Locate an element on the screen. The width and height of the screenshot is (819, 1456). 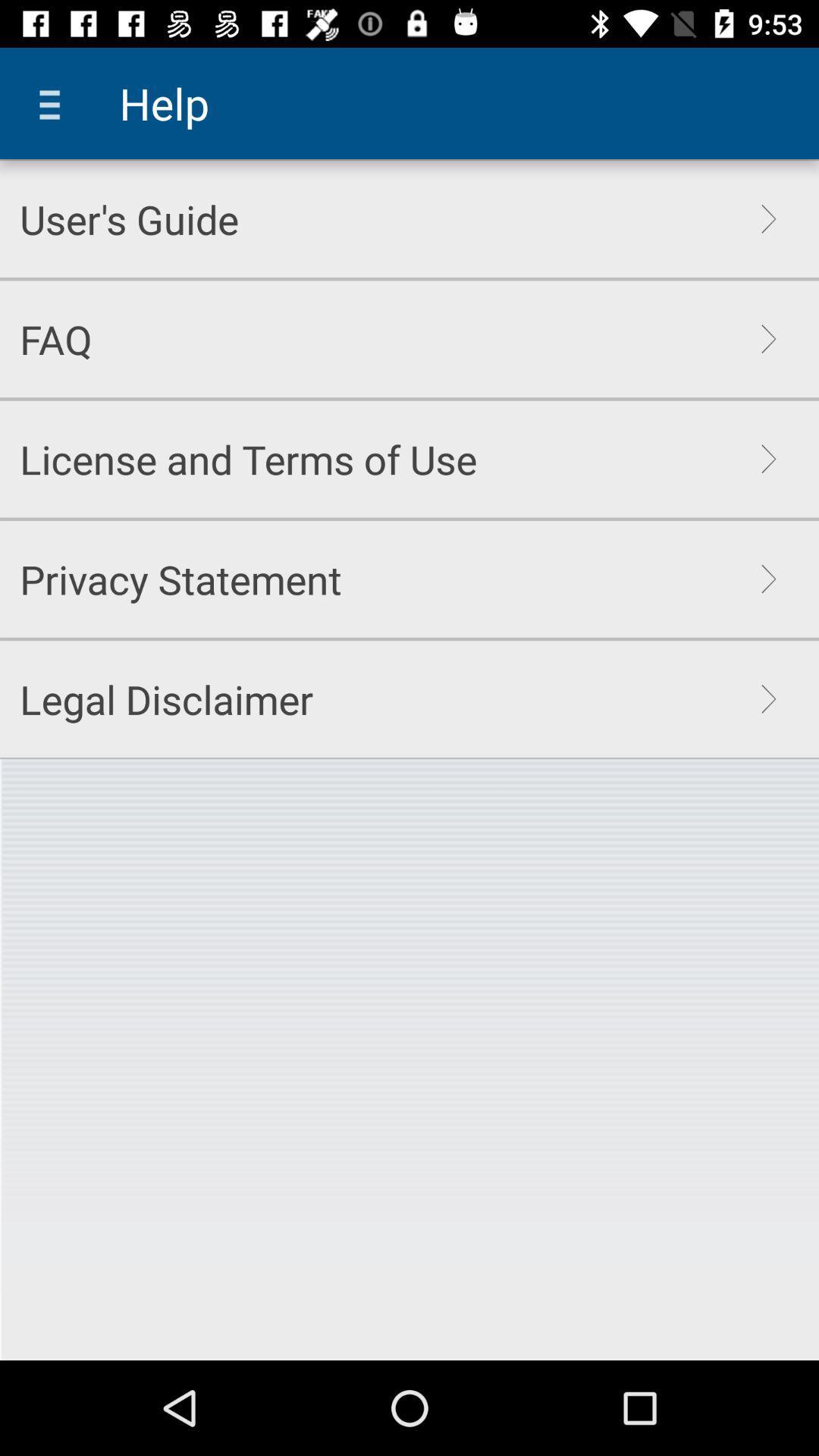
license and terms item is located at coordinates (247, 458).